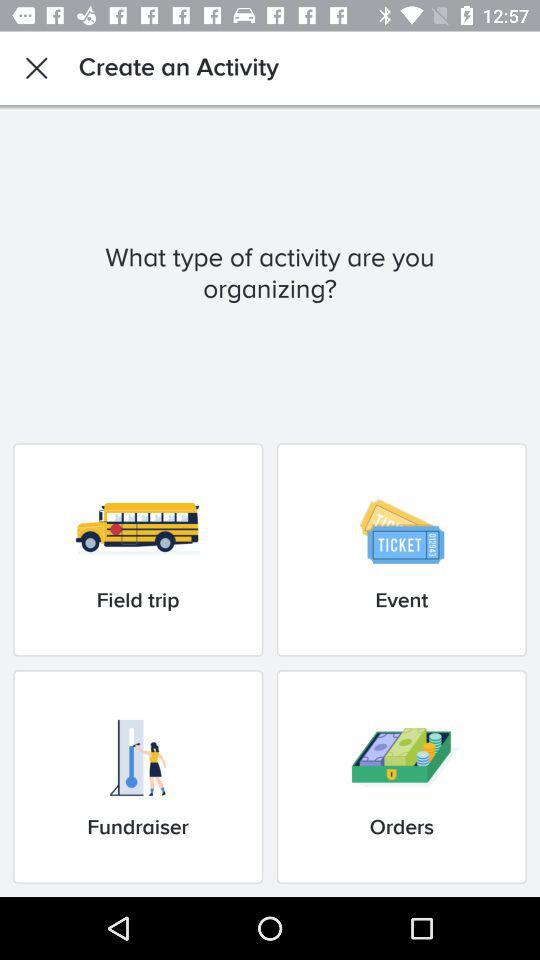  Describe the element at coordinates (137, 549) in the screenshot. I see `the item next to event` at that location.